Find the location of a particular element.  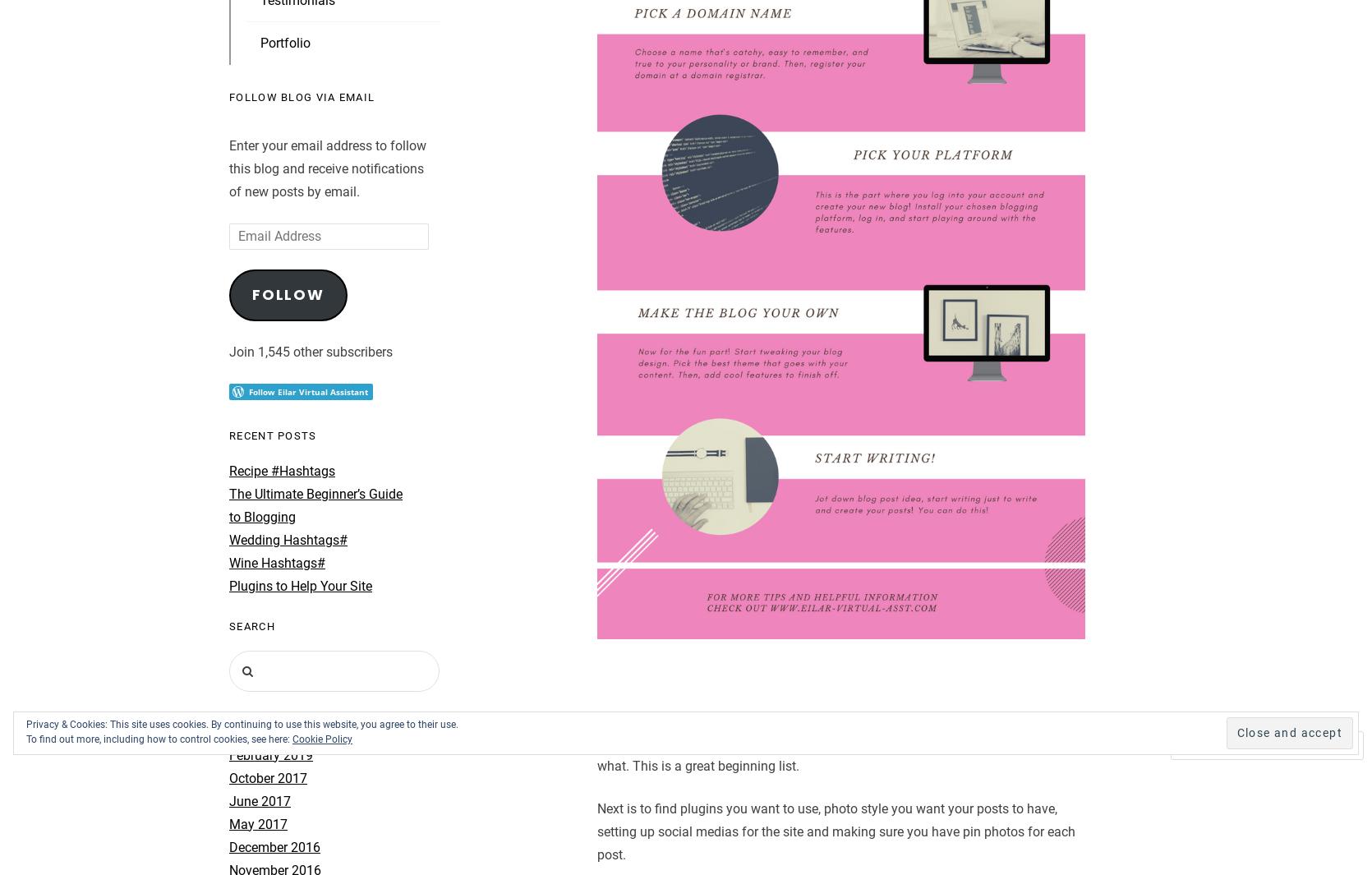

'Plugins to Help Your Site' is located at coordinates (301, 585).